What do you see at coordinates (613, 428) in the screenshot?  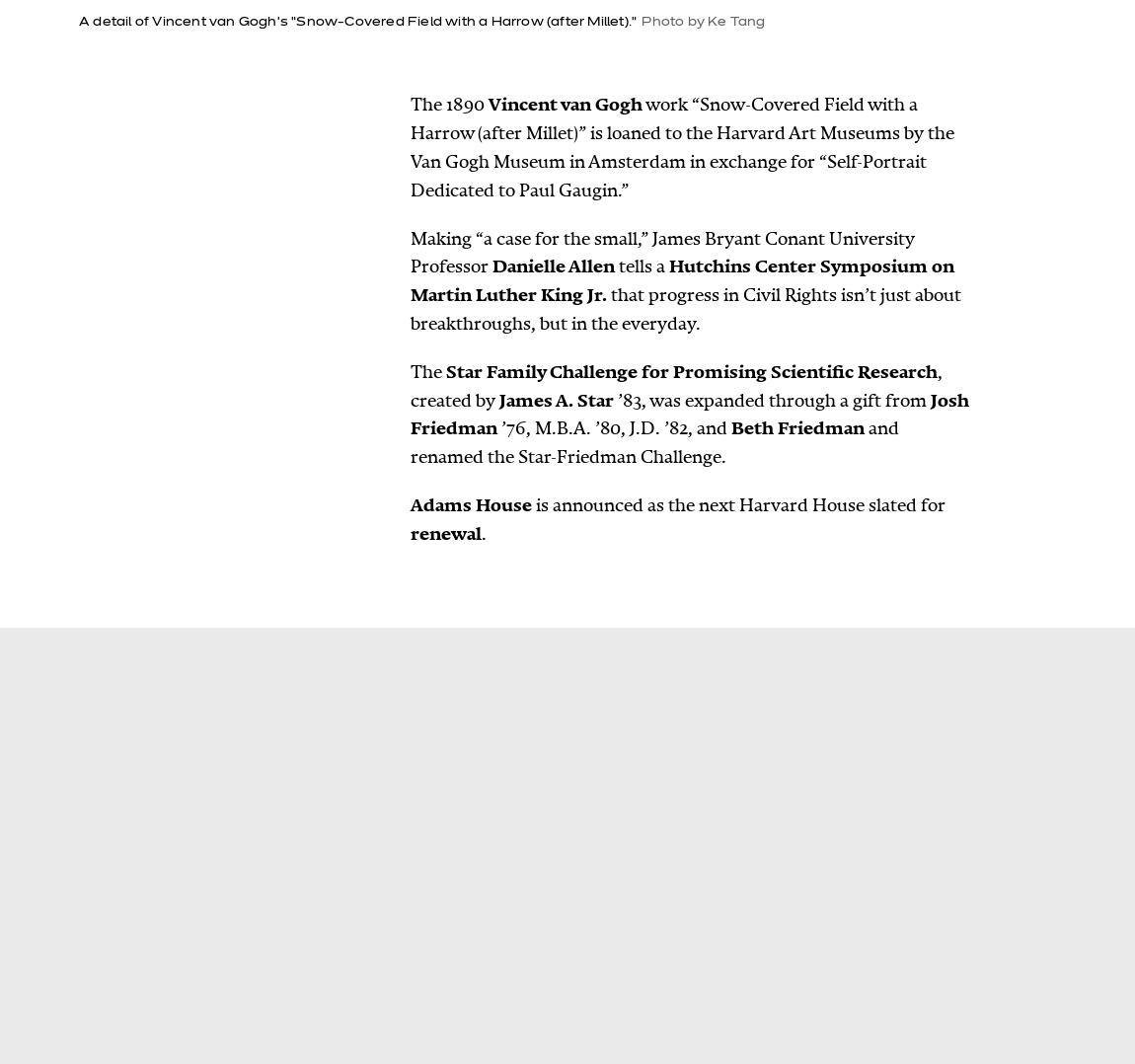 I see `'’76, M.B.A. ’80, J.D. ’82, and'` at bounding box center [613, 428].